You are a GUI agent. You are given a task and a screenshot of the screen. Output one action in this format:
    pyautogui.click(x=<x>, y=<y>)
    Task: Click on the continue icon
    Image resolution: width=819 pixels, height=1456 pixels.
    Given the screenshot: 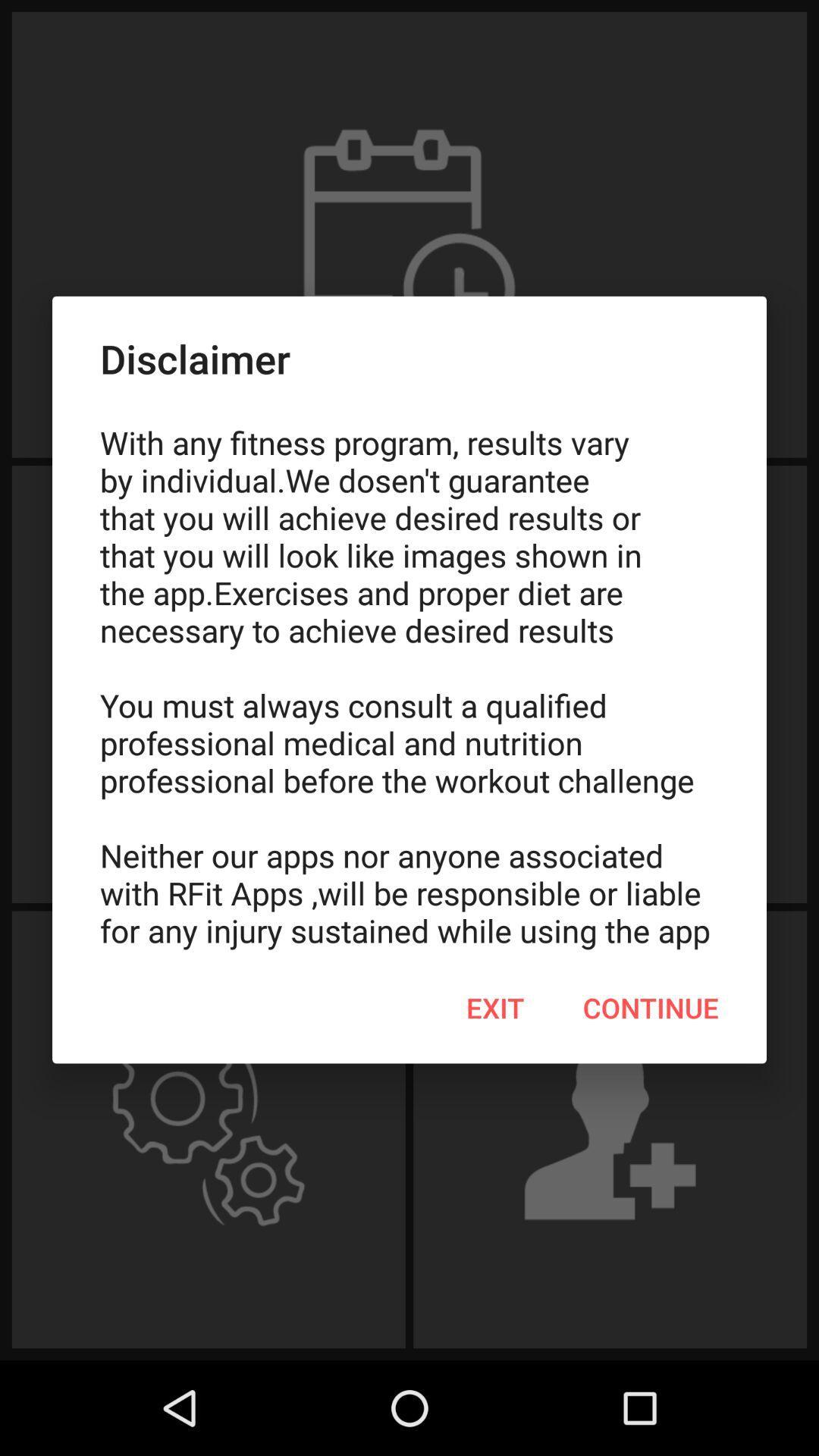 What is the action you would take?
    pyautogui.click(x=650, y=1008)
    